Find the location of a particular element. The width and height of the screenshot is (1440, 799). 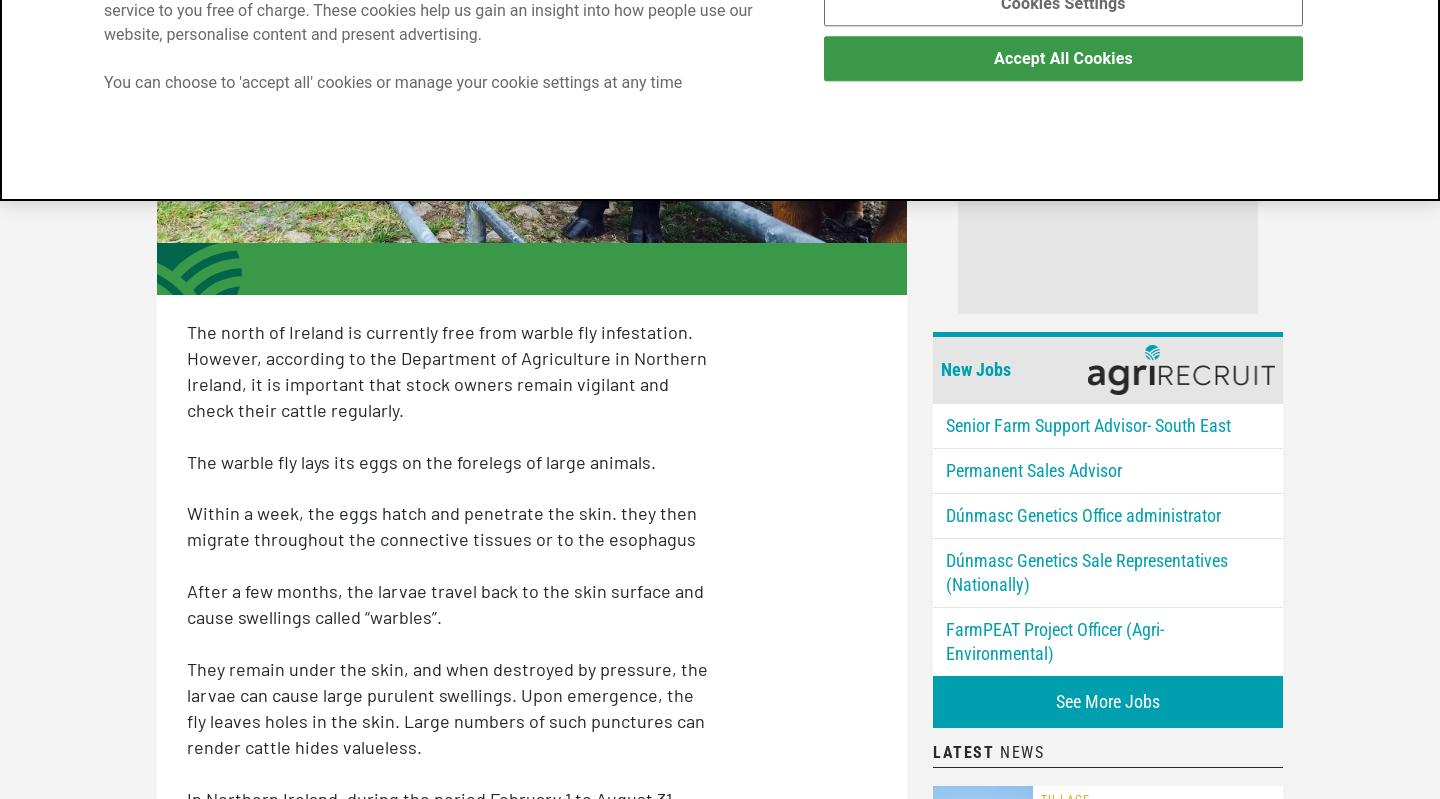

'FarmPEAT Project Officer (Agri-Environmental)' is located at coordinates (1054, 640).